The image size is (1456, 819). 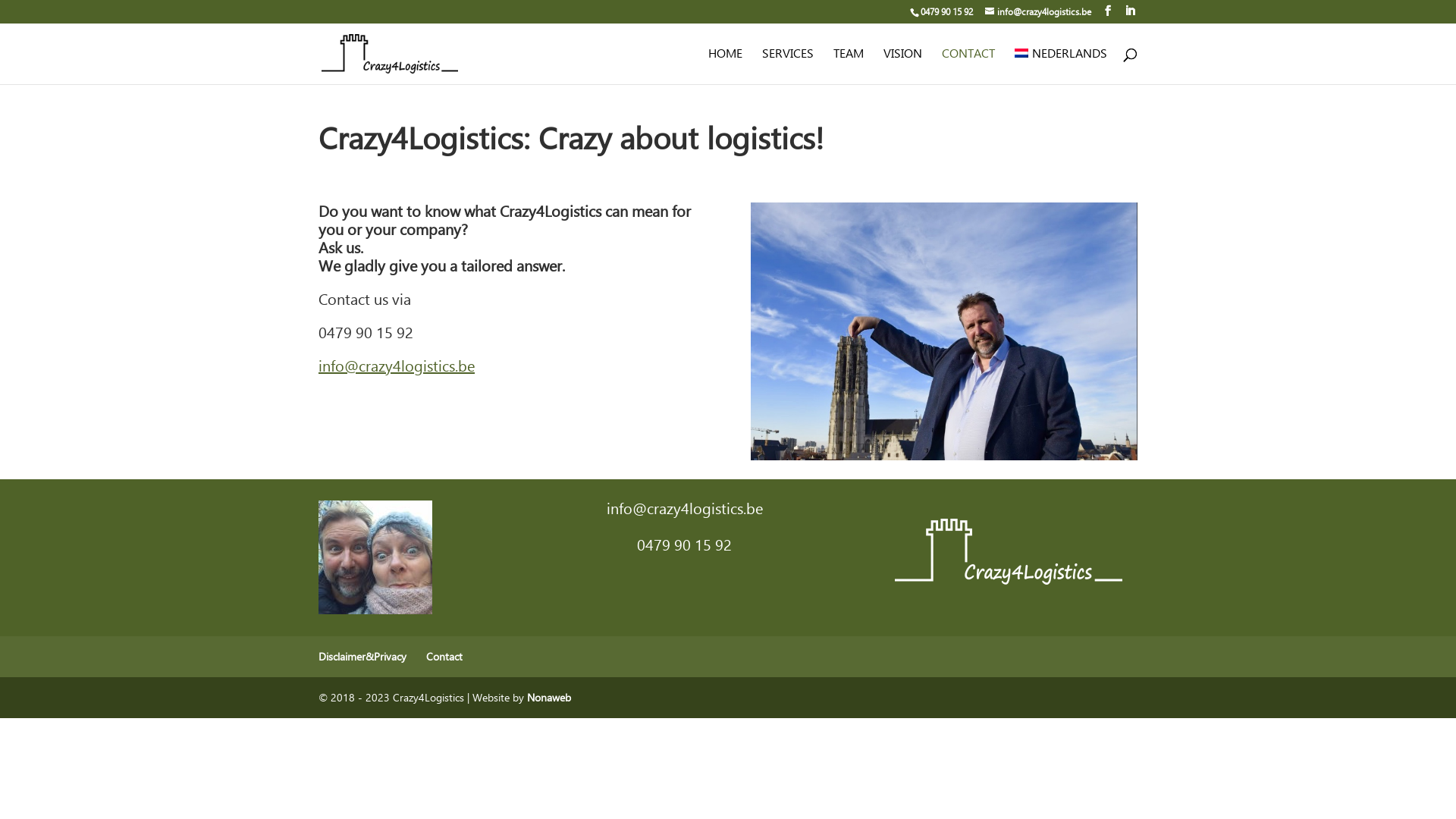 I want to click on 'SERVICES', so click(x=787, y=65).